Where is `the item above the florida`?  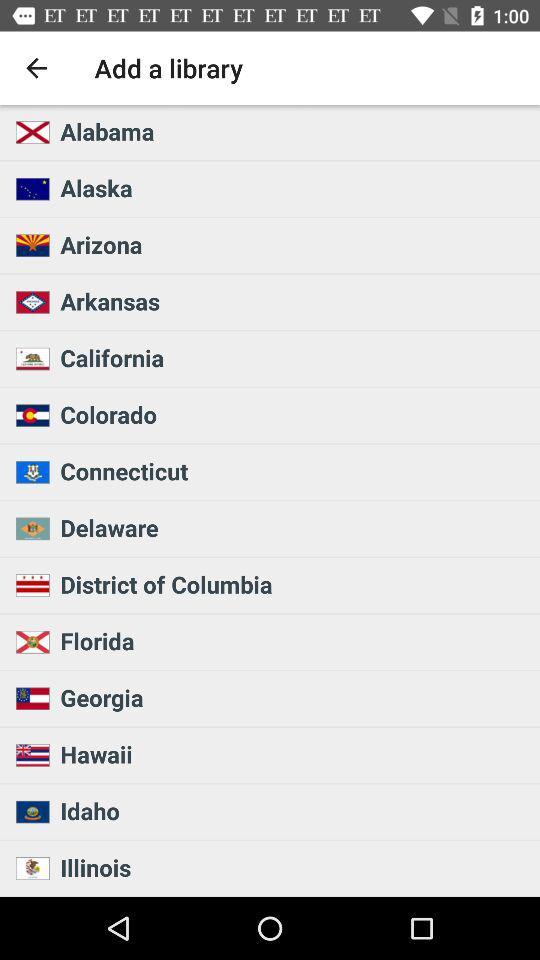
the item above the florida is located at coordinates (293, 584).